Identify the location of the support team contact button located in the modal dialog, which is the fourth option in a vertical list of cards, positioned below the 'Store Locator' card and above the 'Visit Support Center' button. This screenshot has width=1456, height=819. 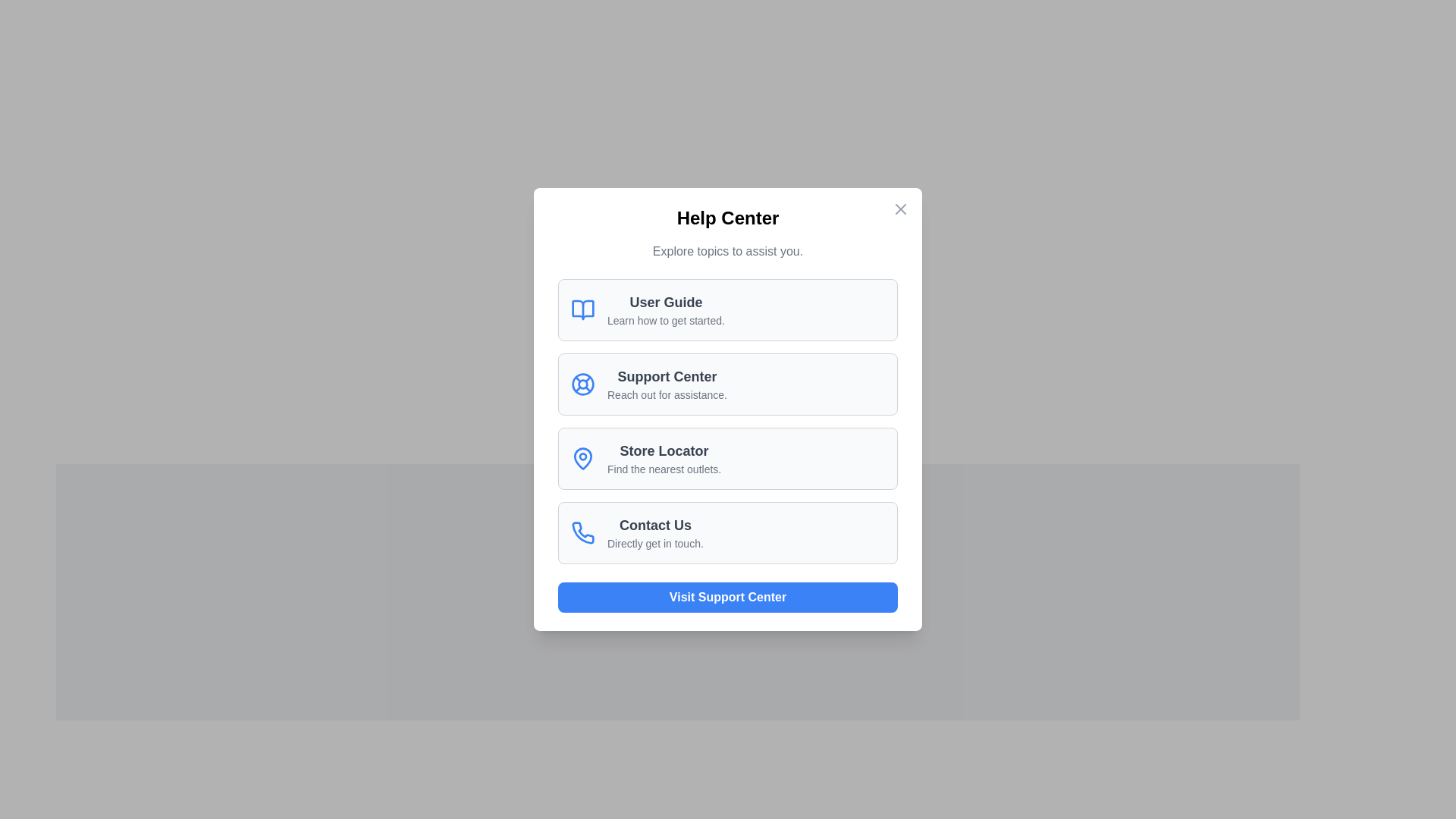
(728, 532).